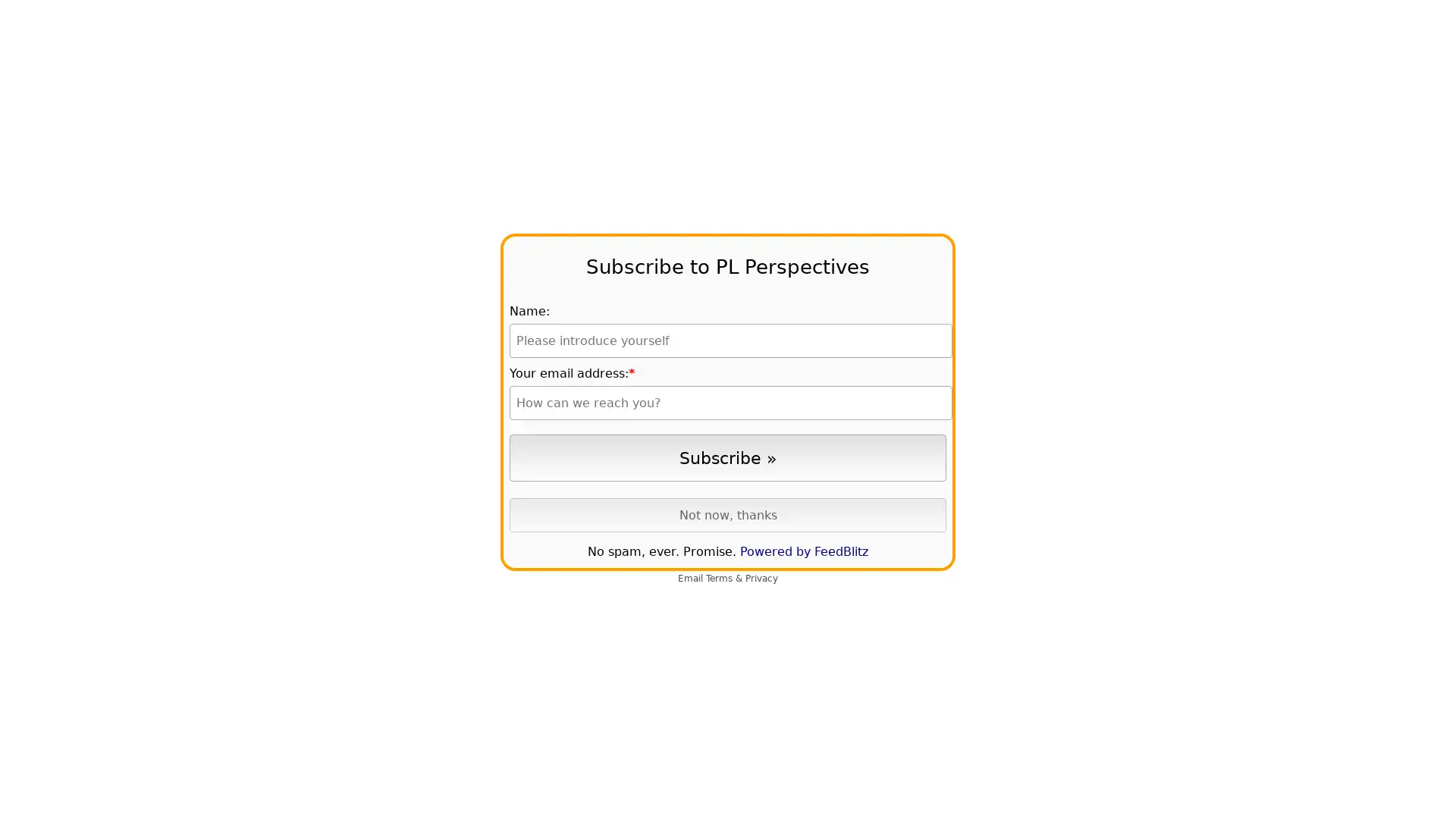  What do you see at coordinates (728, 457) in the screenshot?
I see `Subscribe` at bounding box center [728, 457].